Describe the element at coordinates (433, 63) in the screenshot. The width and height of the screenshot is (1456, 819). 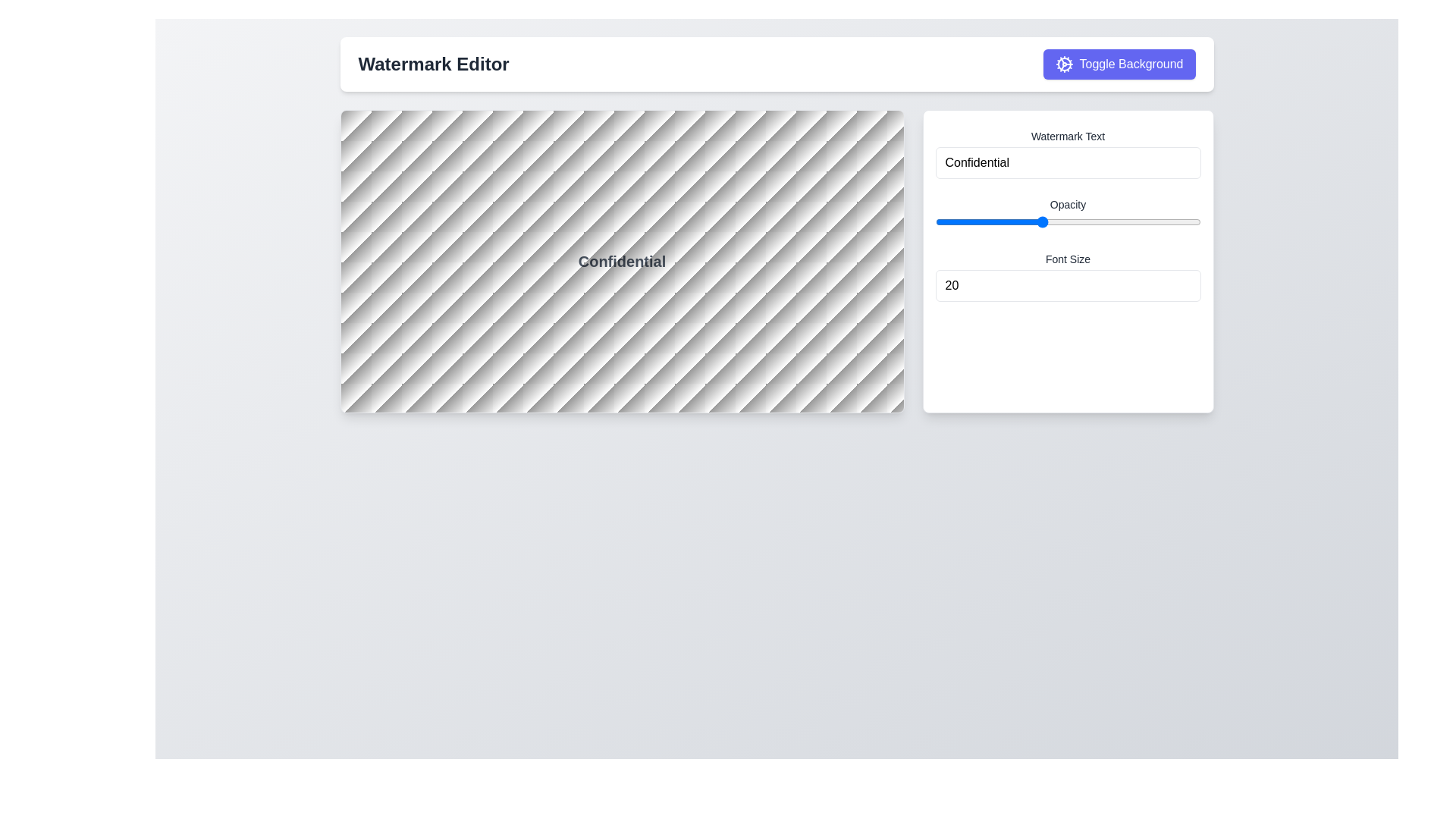
I see `the static header or title element located at the top center of the interface, which indicates the primary function or purpose of the section below it` at that location.